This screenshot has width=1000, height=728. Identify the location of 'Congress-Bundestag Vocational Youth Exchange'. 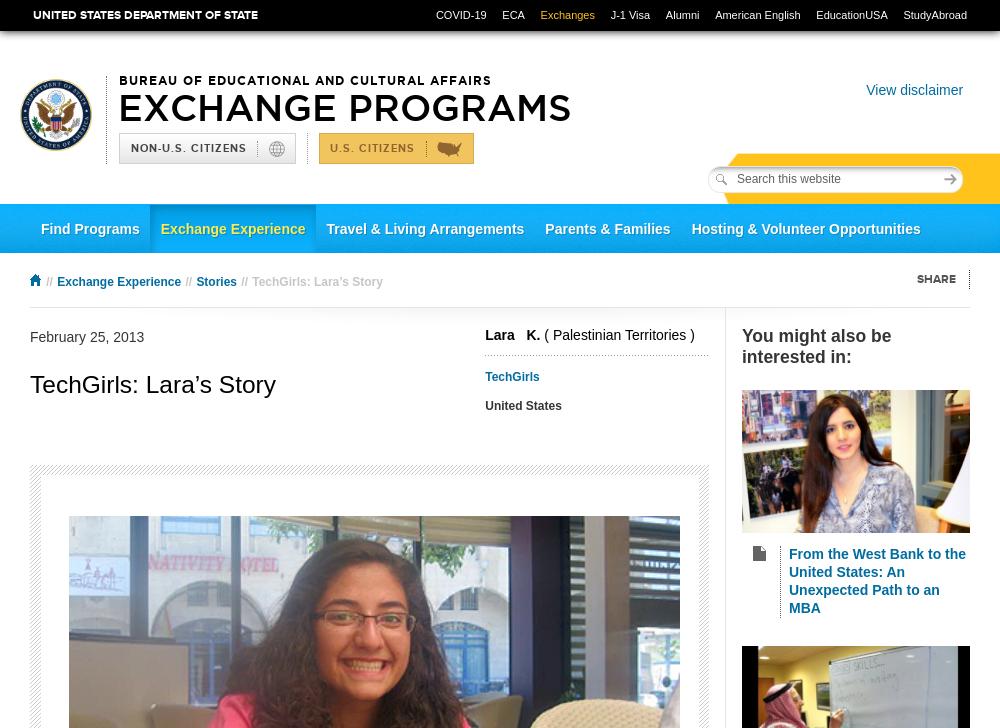
(40, 275).